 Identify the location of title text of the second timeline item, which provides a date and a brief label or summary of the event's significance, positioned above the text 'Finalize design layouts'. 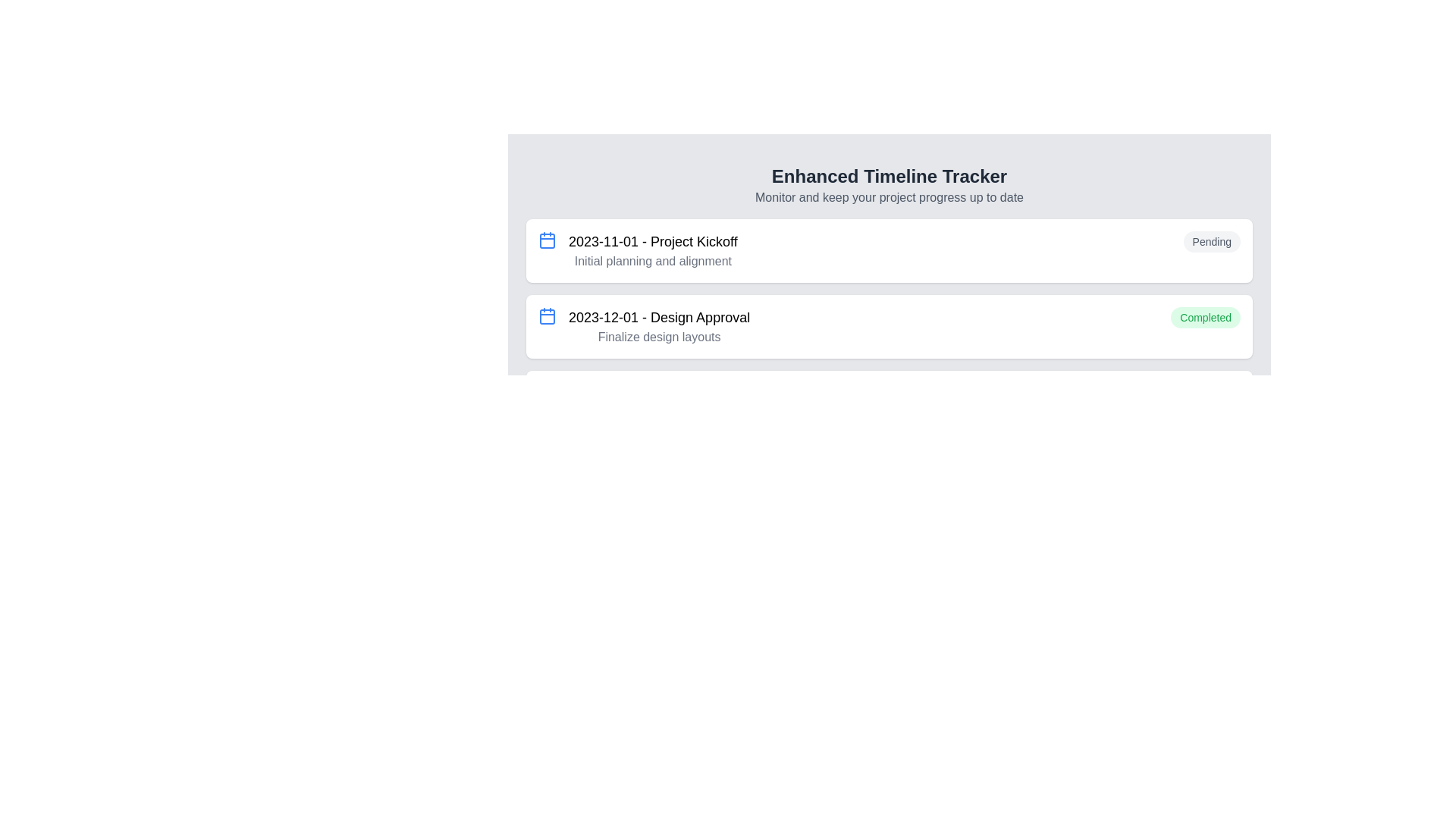
(659, 317).